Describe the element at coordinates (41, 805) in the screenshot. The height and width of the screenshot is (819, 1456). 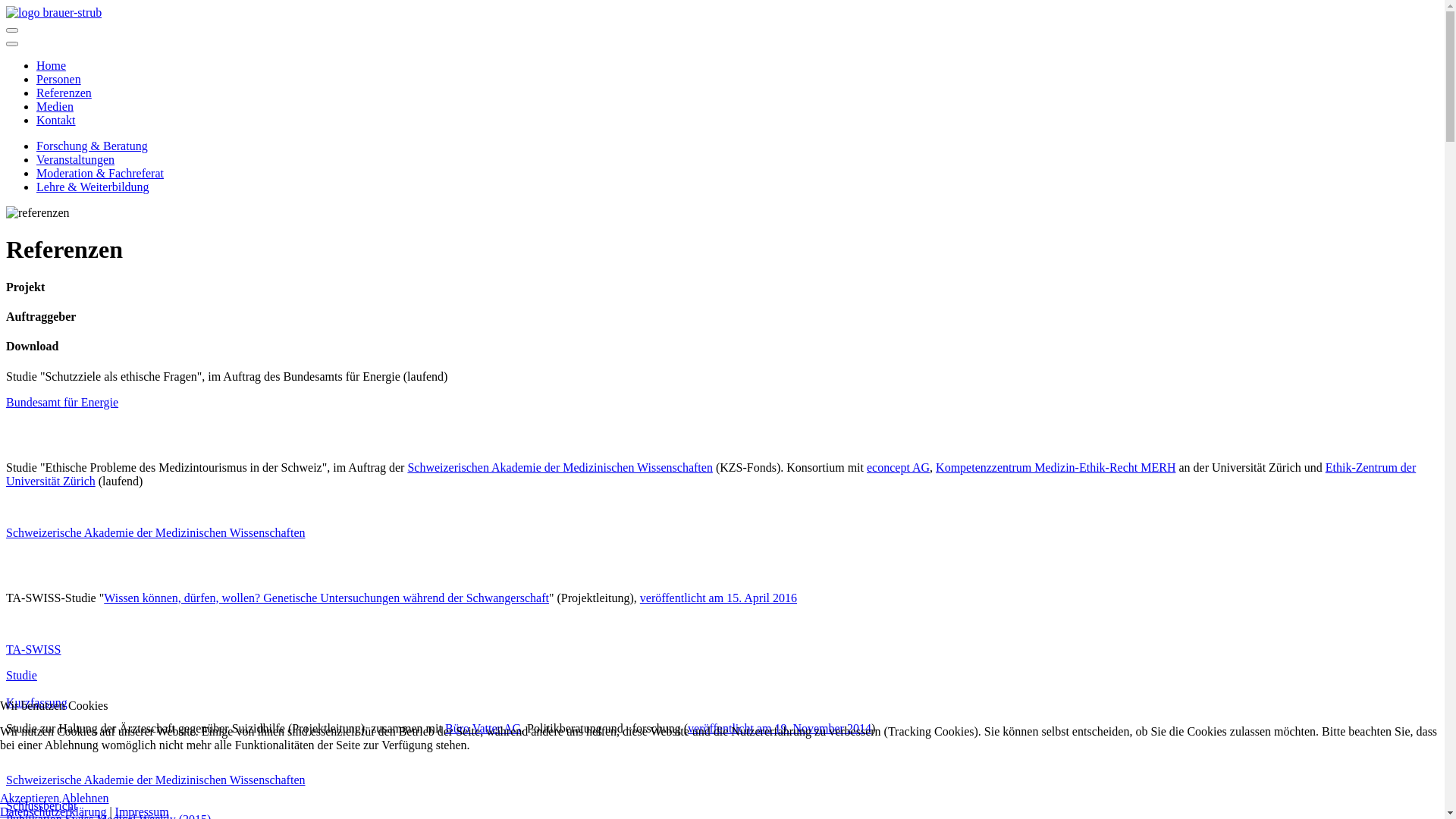
I see `'Schlussbericht'` at that location.